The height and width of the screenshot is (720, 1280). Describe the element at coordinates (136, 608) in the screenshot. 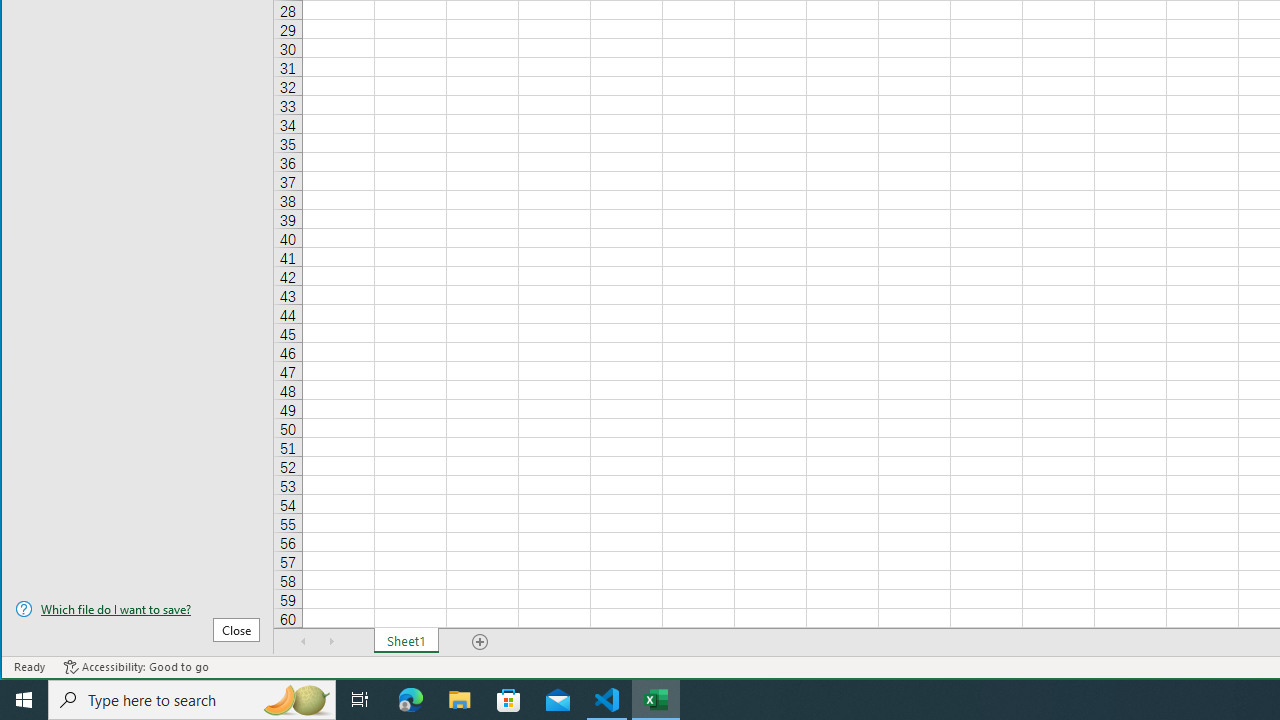

I see `'Which file do I want to save?'` at that location.